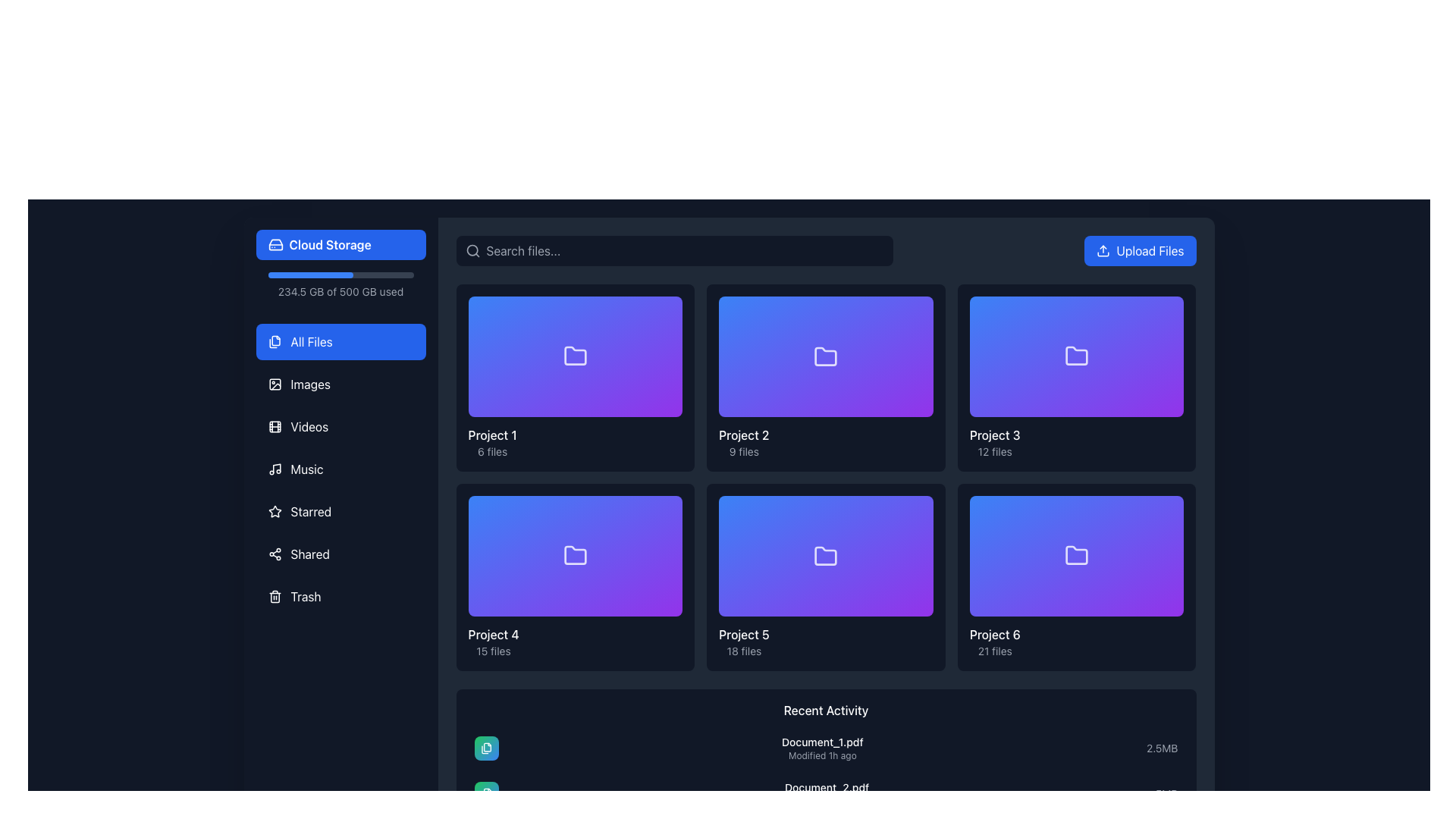 Image resolution: width=1456 pixels, height=819 pixels. I want to click on the progress bar that visually represents used versus available storage space, located below the 'Cloud Storage' title and above the '234.5 GB of 500 GB used' text, so click(340, 275).